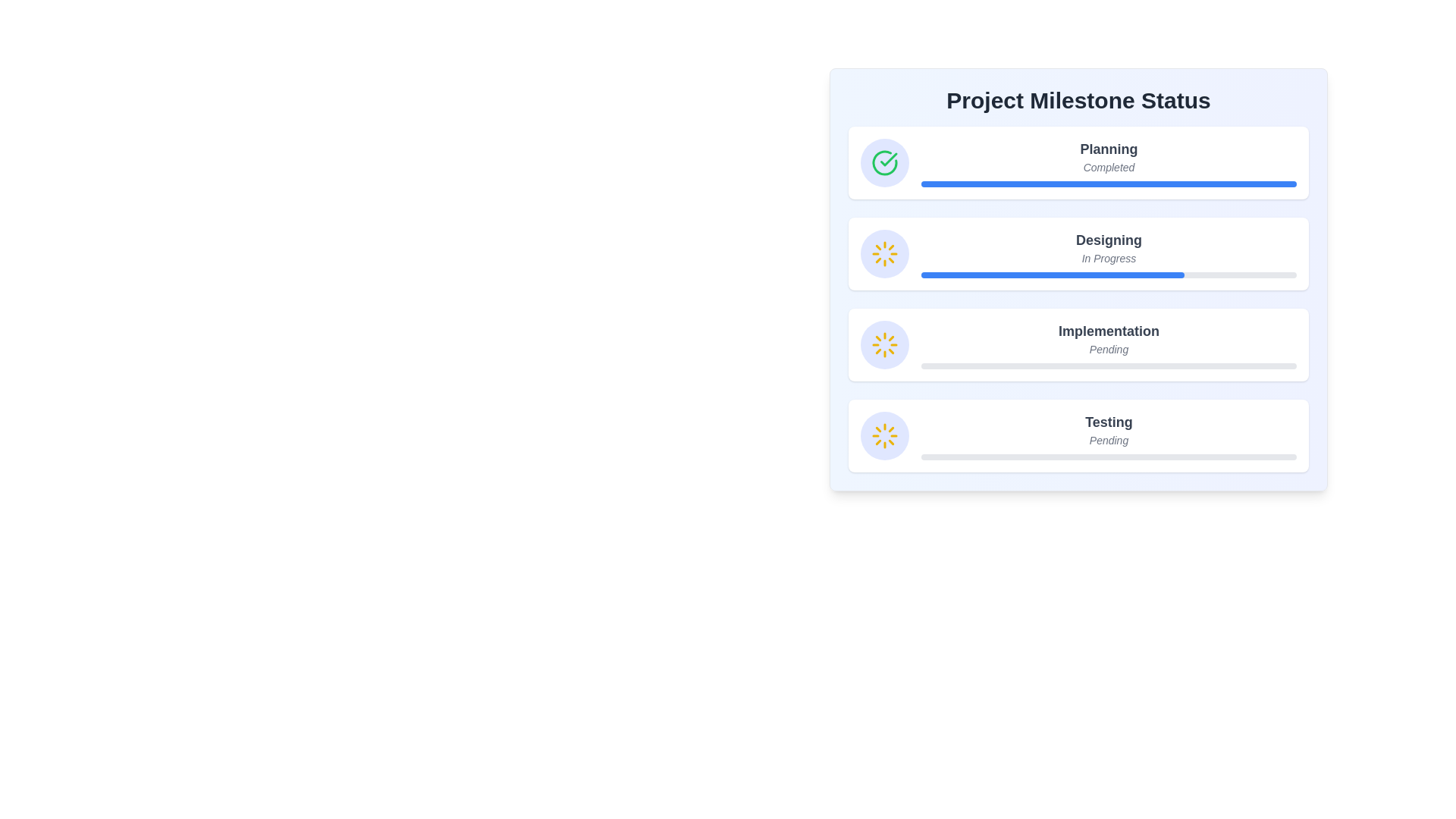 The height and width of the screenshot is (819, 1456). I want to click on the progress bar indicating 70% completion of the 'Designing' task in the milestone tracker, so click(1052, 275).